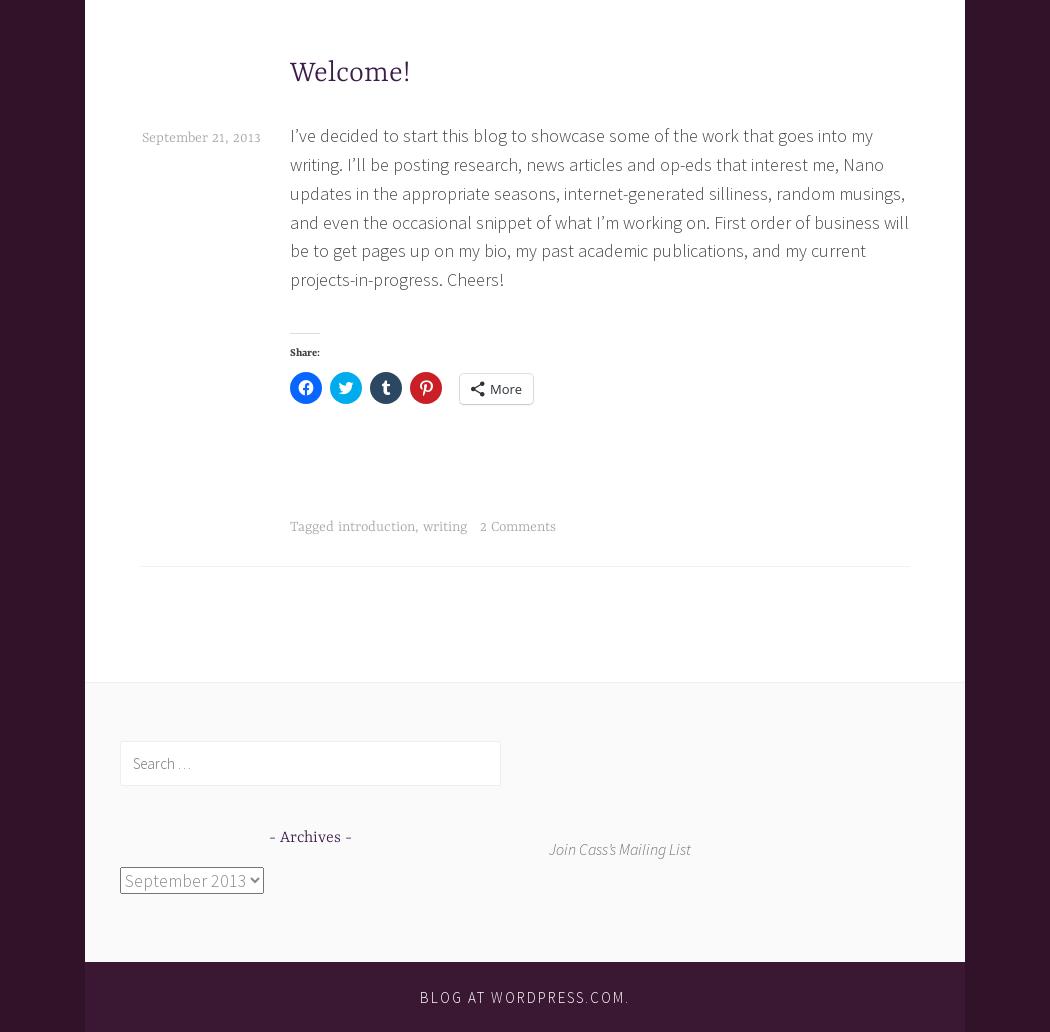  I want to click on '2 Comments', so click(516, 526).